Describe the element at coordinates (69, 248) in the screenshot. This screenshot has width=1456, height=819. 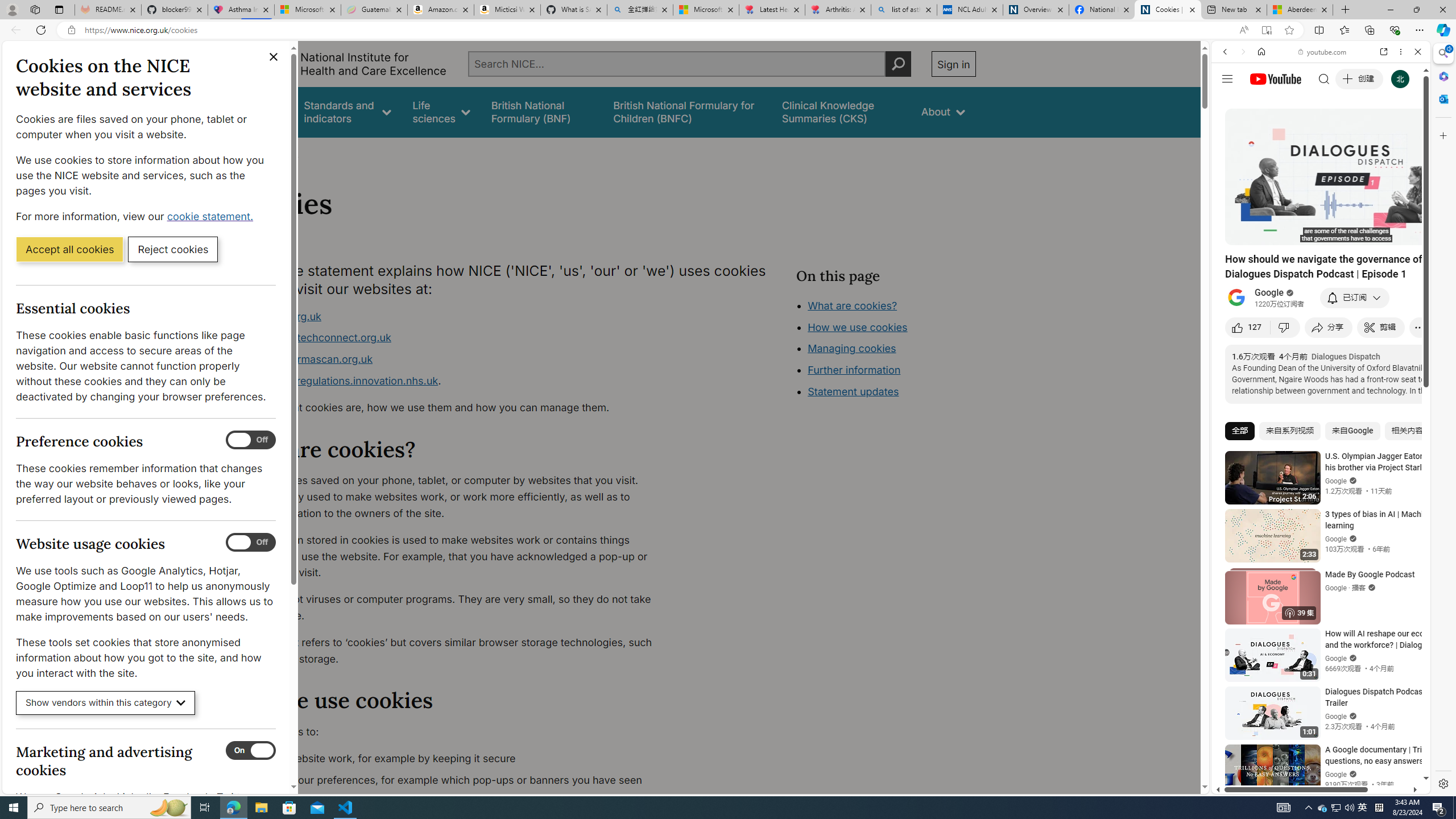
I see `'Accept all cookies'` at that location.